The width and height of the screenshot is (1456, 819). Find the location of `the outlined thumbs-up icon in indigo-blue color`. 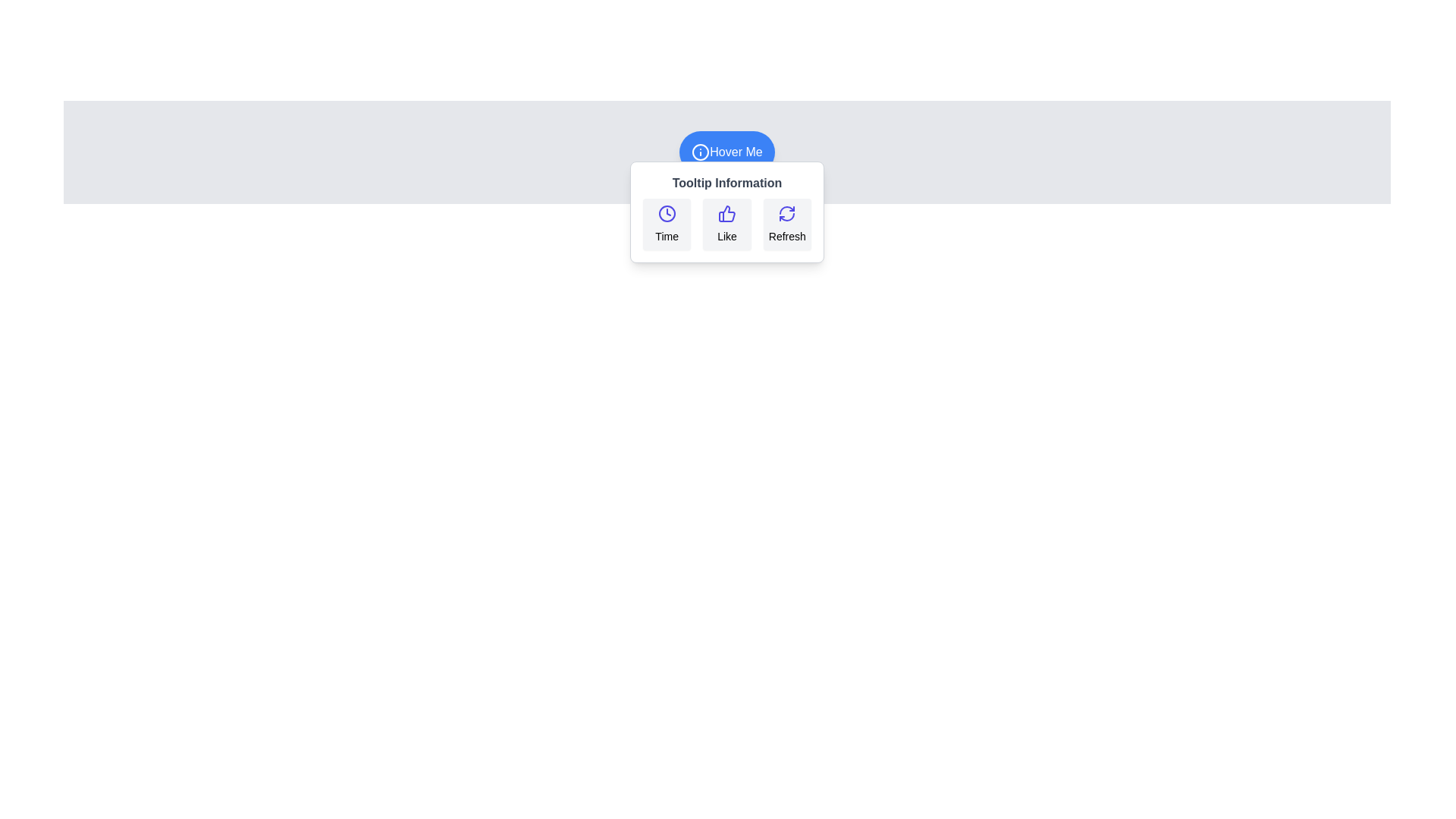

the outlined thumbs-up icon in indigo-blue color is located at coordinates (726, 213).